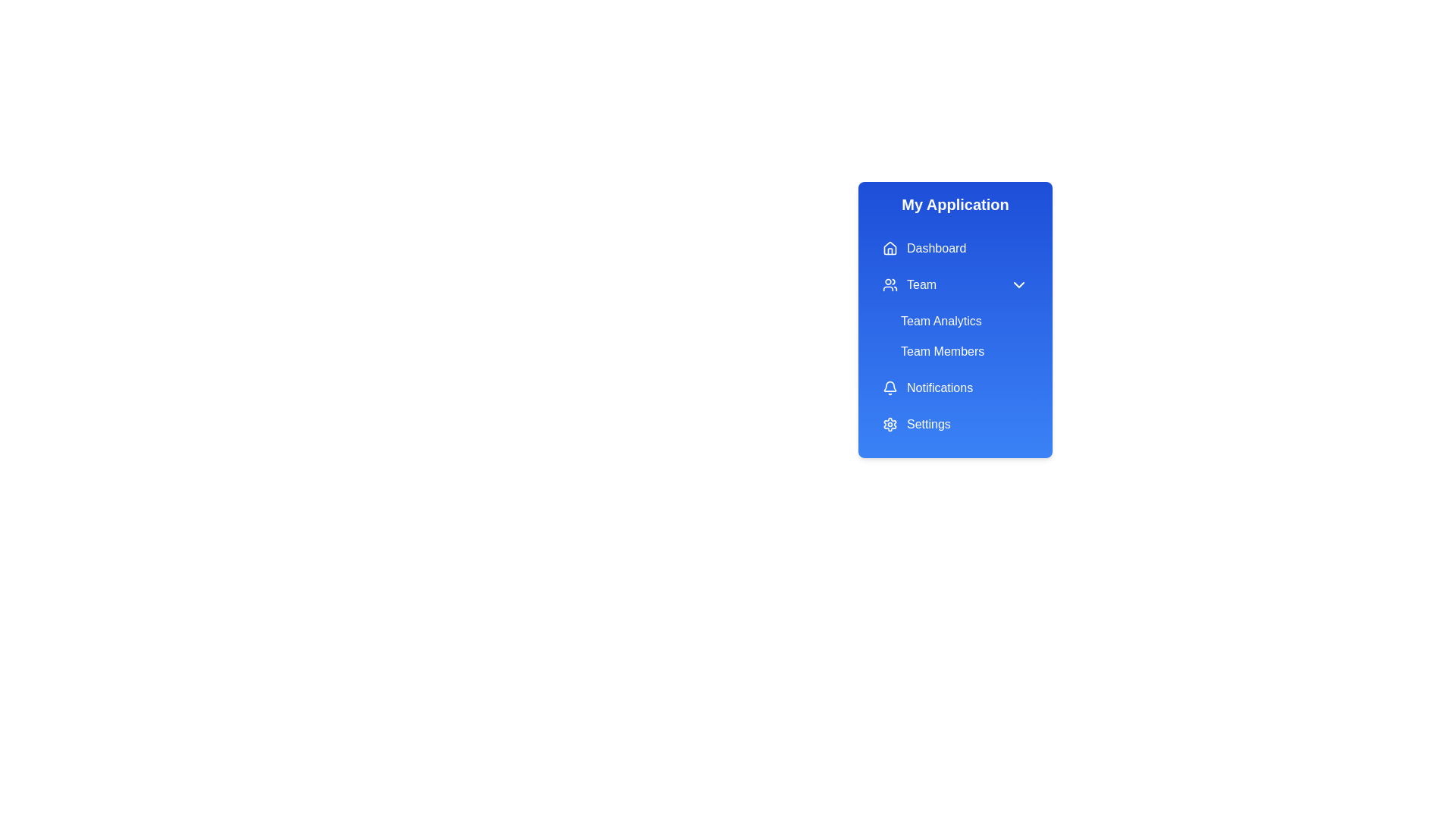 The width and height of the screenshot is (1456, 819). I want to click on the gear-shaped icon representing settings located in the navigation menu adjacent to the 'Settings' text, so click(890, 424).